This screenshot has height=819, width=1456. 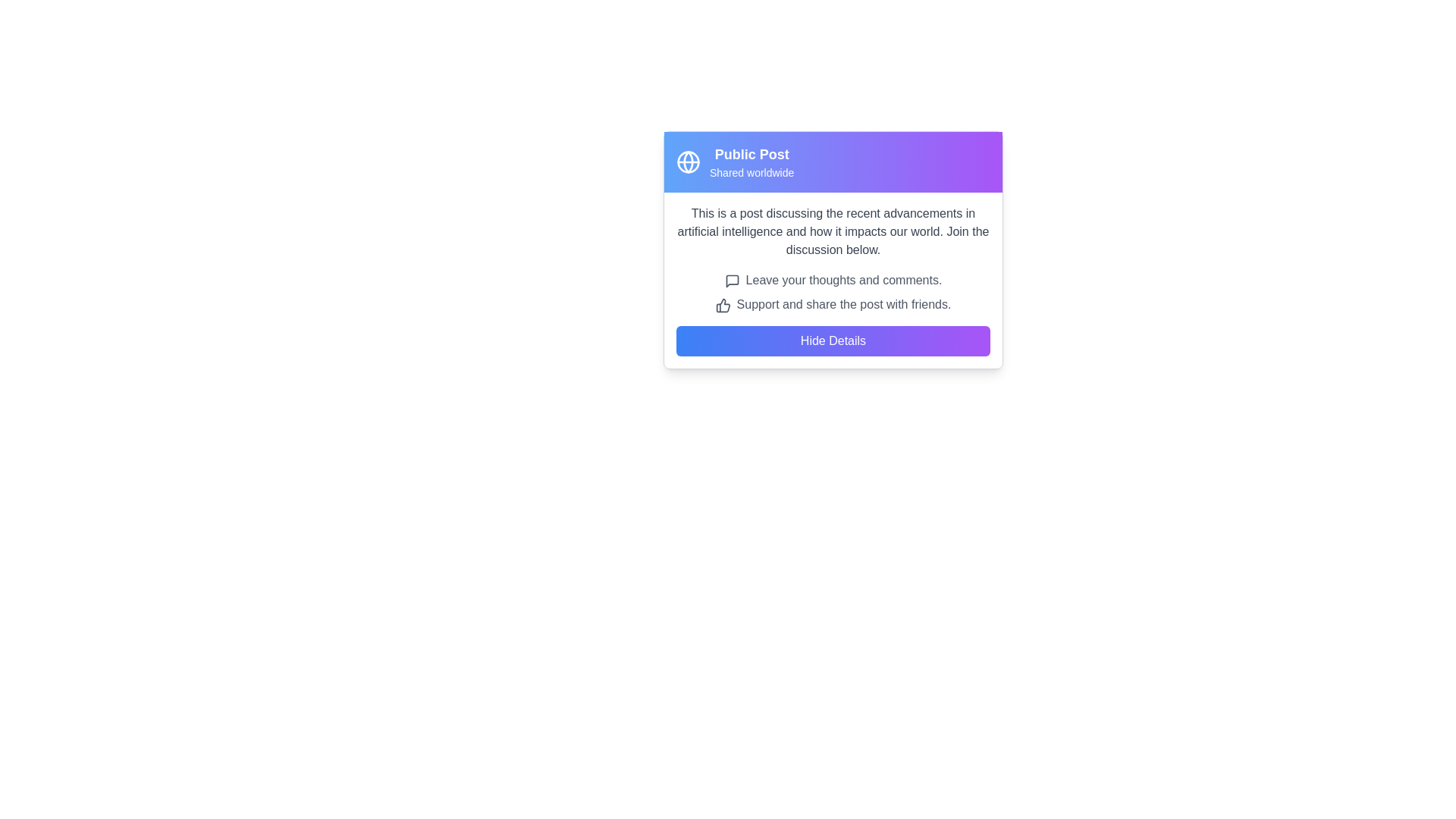 What do you see at coordinates (833, 304) in the screenshot?
I see `the informational static text element that encourages users to share the post, which is located centrally within the card below the 'Leave your thoughts and comments.' text and above the 'Hide Details' button` at bounding box center [833, 304].